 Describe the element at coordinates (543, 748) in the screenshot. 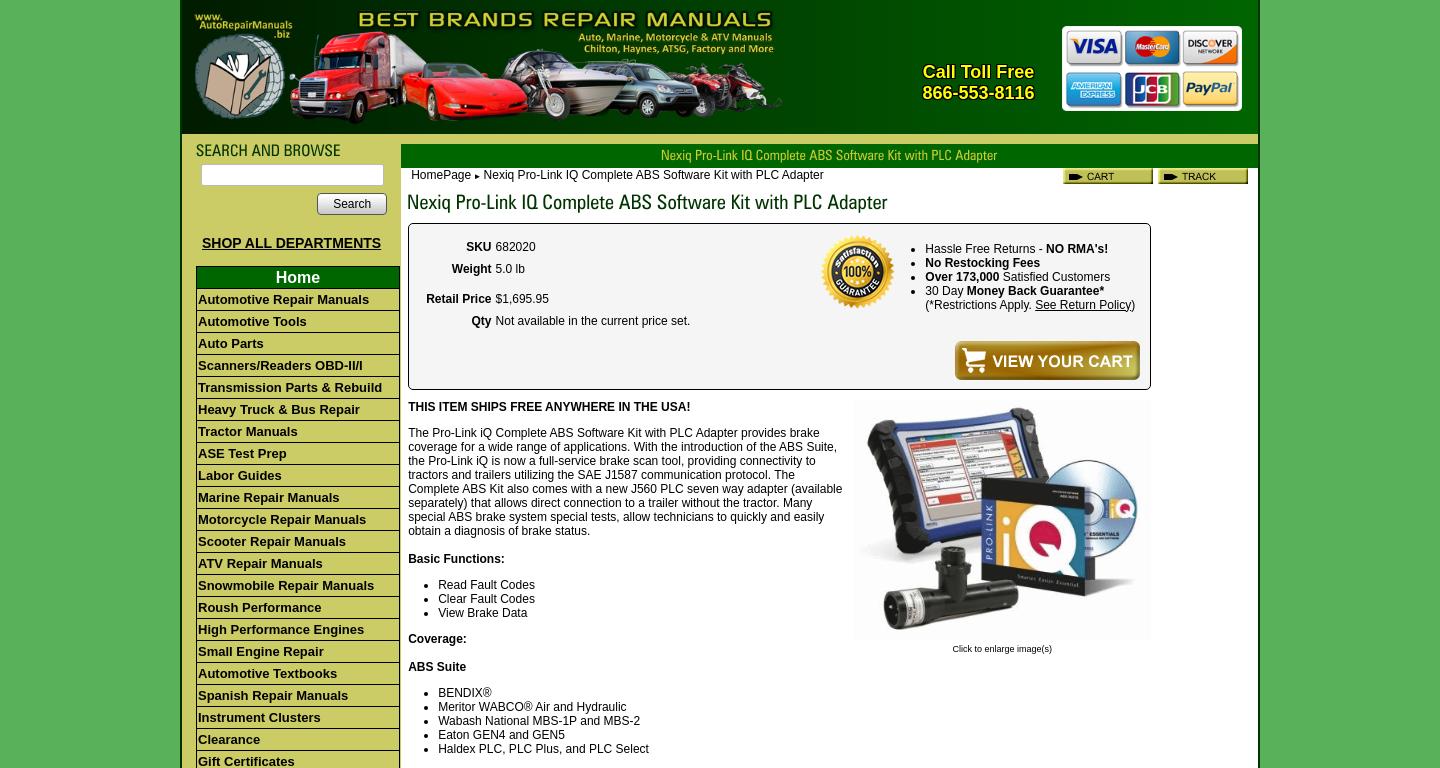

I see `'Haldex PLC, PLC Plus, and PLC Select'` at that location.